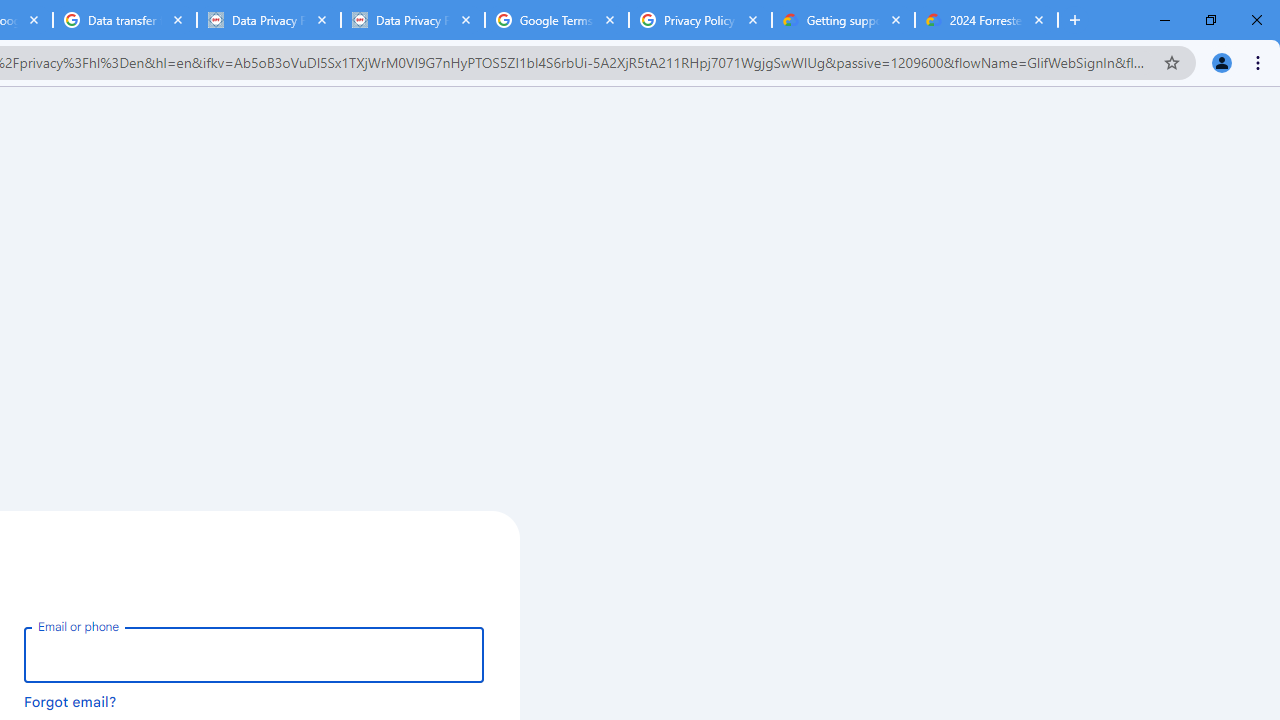  Describe the element at coordinates (70, 700) in the screenshot. I see `'Forgot email?'` at that location.